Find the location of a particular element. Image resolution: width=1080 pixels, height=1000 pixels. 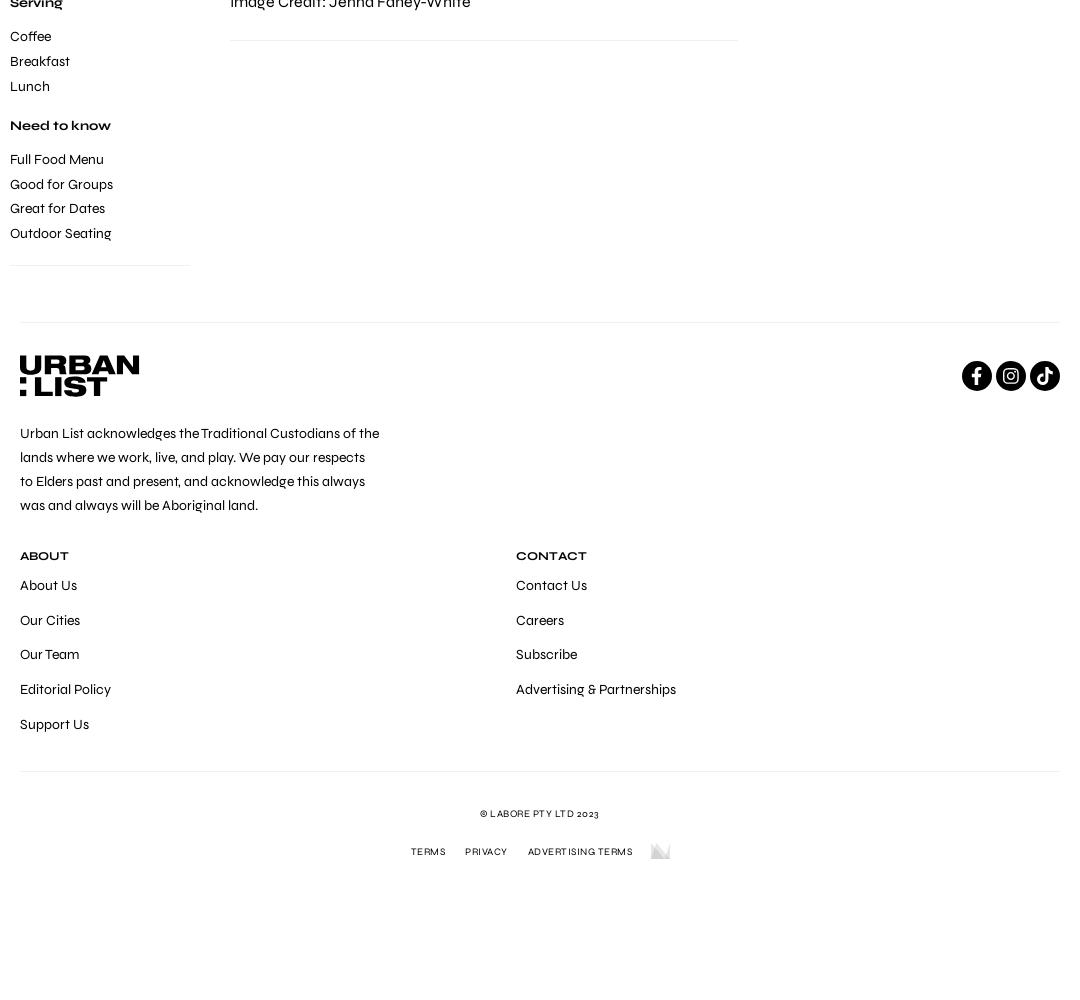

'Full Food Menu' is located at coordinates (56, 159).